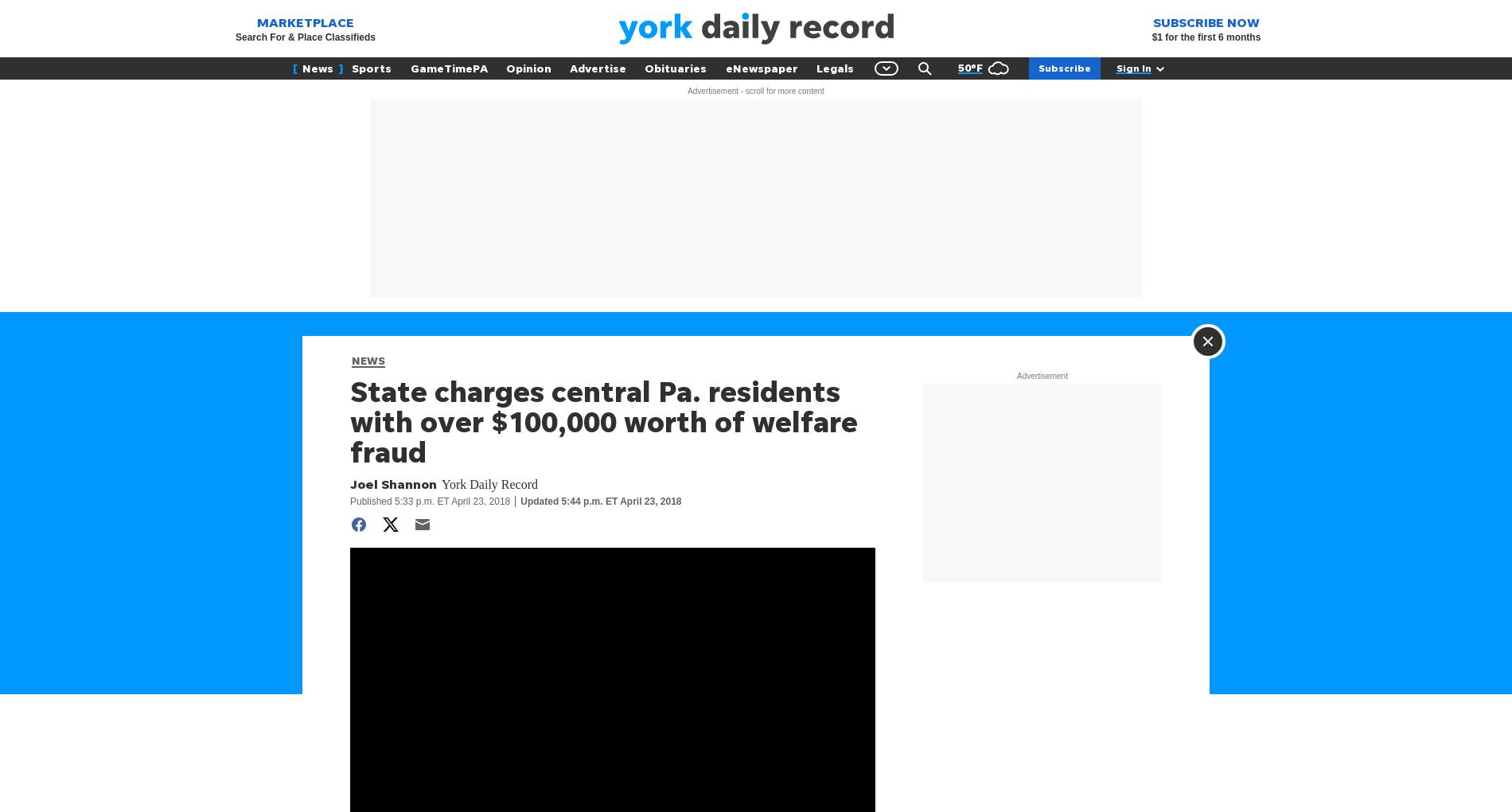 The image size is (1512, 812). Describe the element at coordinates (489, 483) in the screenshot. I see `'York Daily Record'` at that location.